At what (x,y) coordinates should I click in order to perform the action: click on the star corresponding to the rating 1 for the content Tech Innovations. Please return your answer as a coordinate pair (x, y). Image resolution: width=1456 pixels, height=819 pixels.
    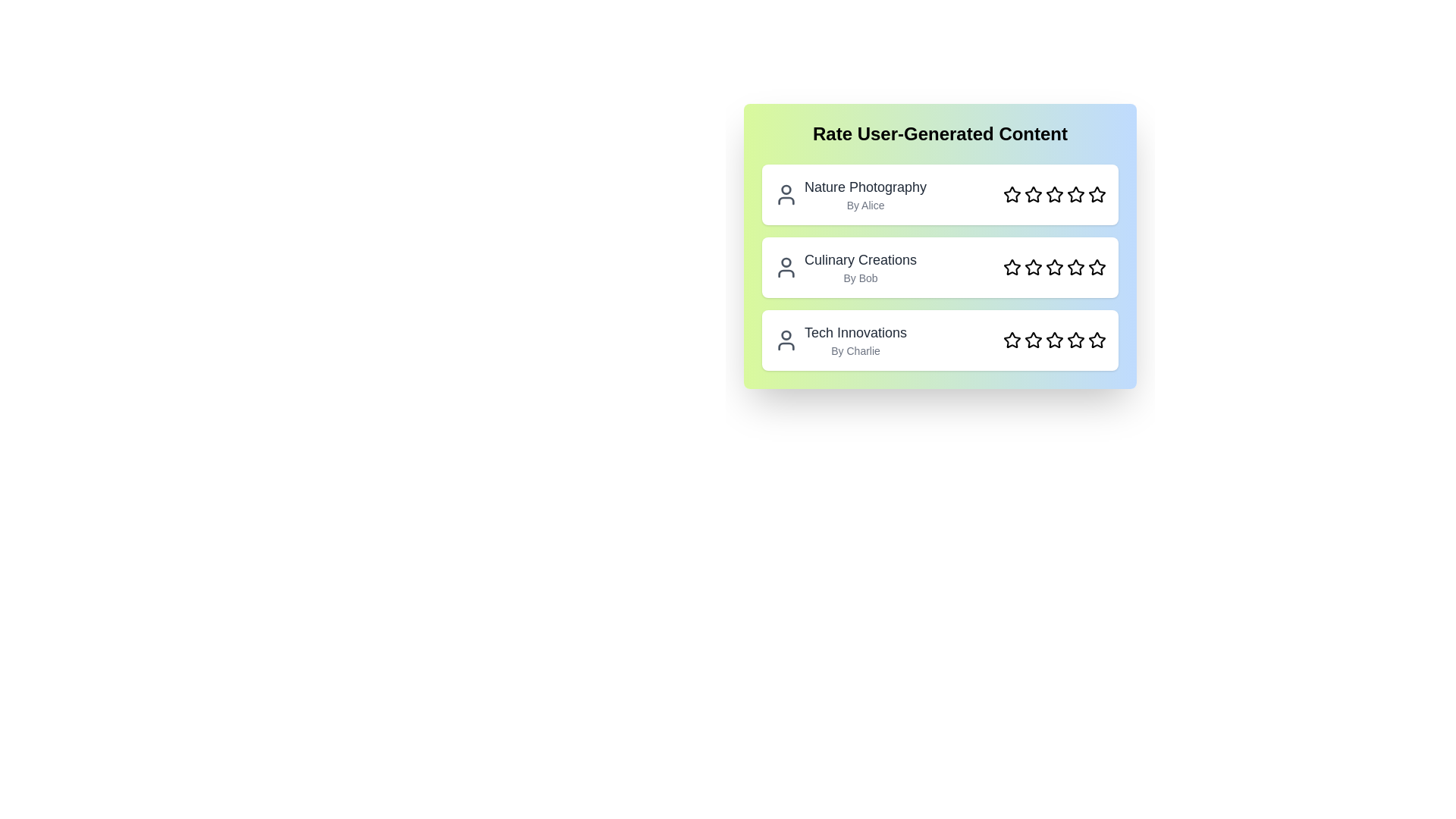
    Looking at the image, I should click on (1012, 339).